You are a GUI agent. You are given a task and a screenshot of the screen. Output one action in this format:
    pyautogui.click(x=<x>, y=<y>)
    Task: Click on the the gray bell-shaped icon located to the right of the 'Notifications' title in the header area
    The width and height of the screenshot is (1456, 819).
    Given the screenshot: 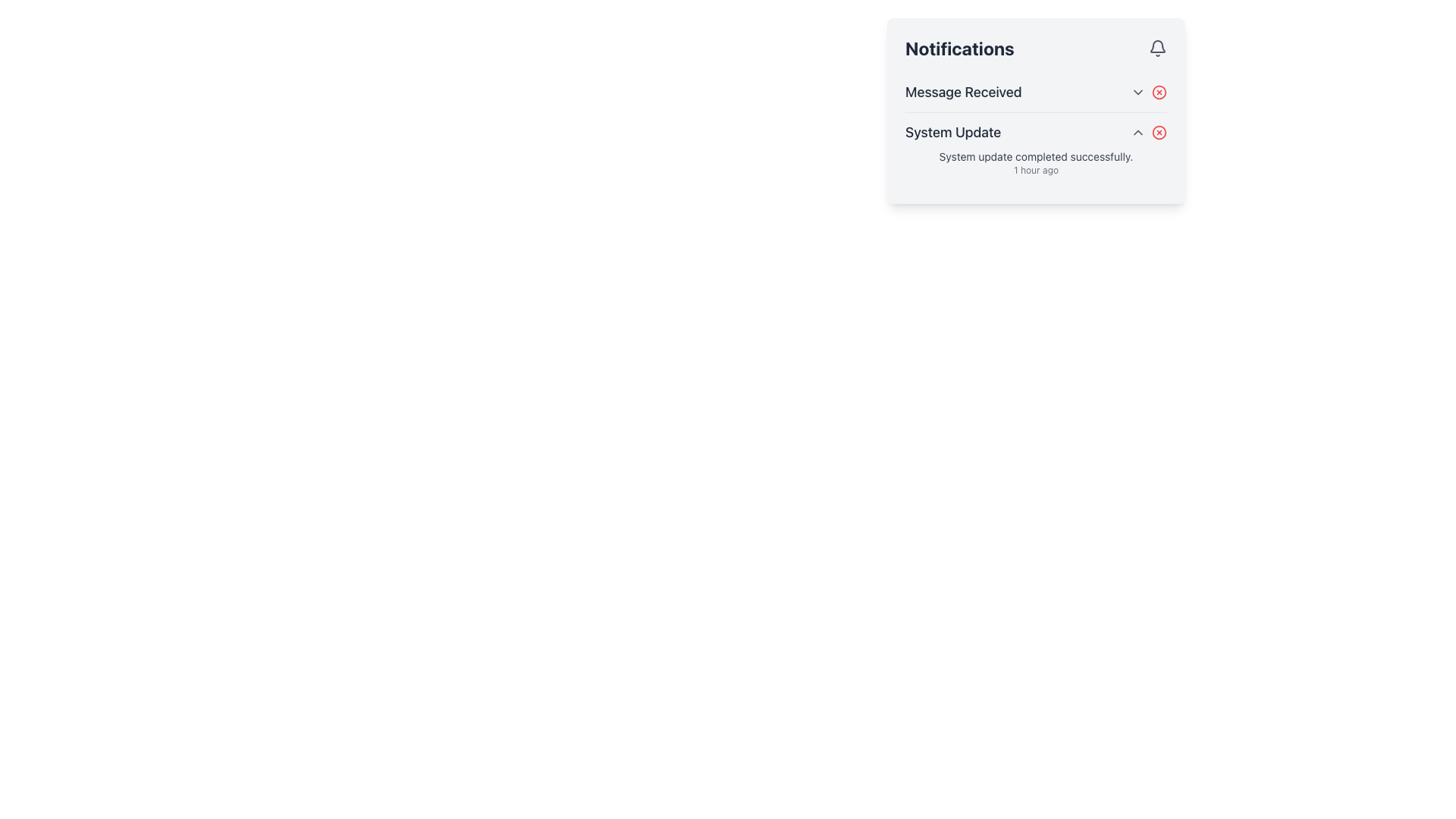 What is the action you would take?
    pyautogui.click(x=1156, y=48)
    